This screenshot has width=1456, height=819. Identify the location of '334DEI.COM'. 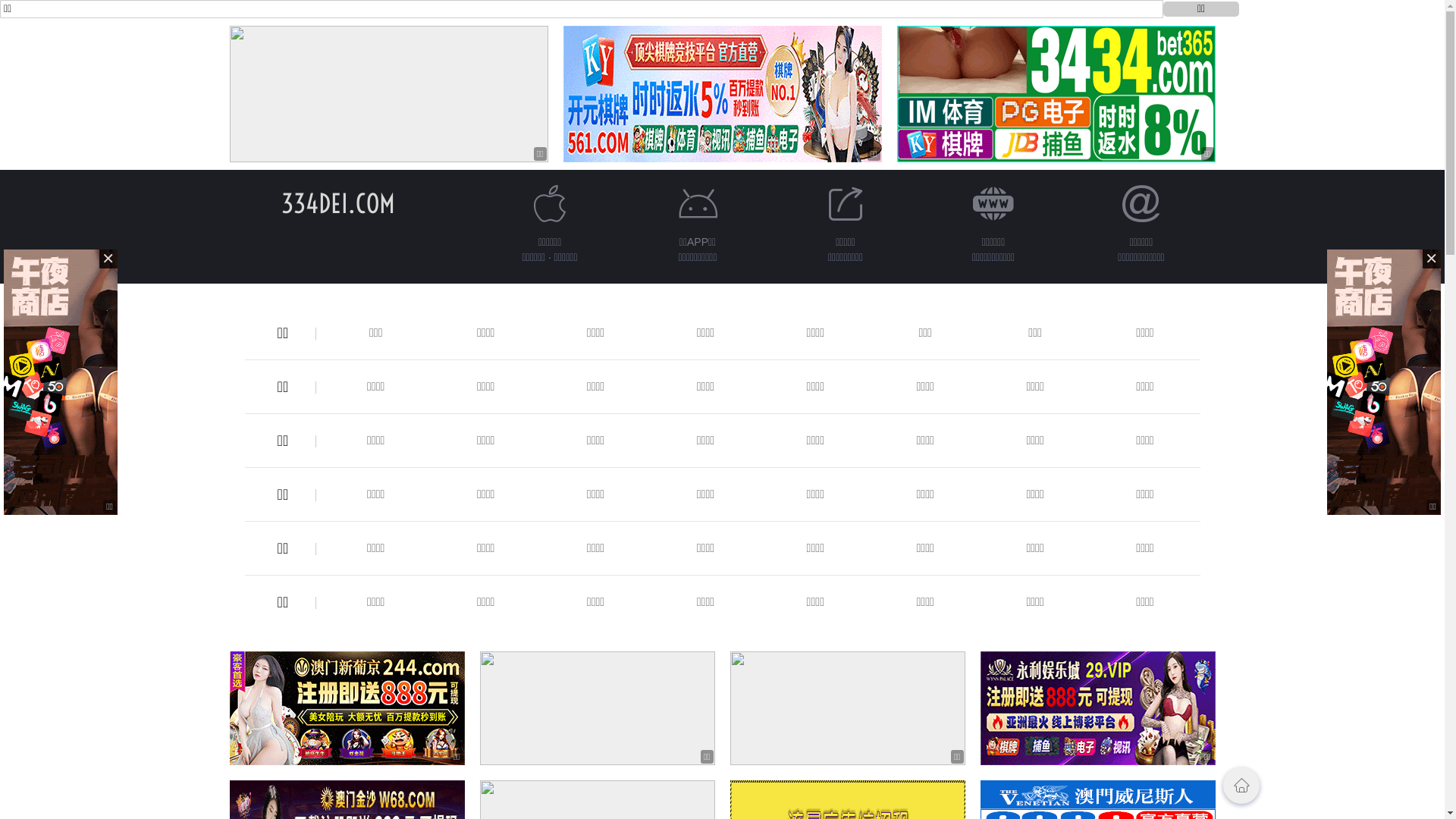
(337, 202).